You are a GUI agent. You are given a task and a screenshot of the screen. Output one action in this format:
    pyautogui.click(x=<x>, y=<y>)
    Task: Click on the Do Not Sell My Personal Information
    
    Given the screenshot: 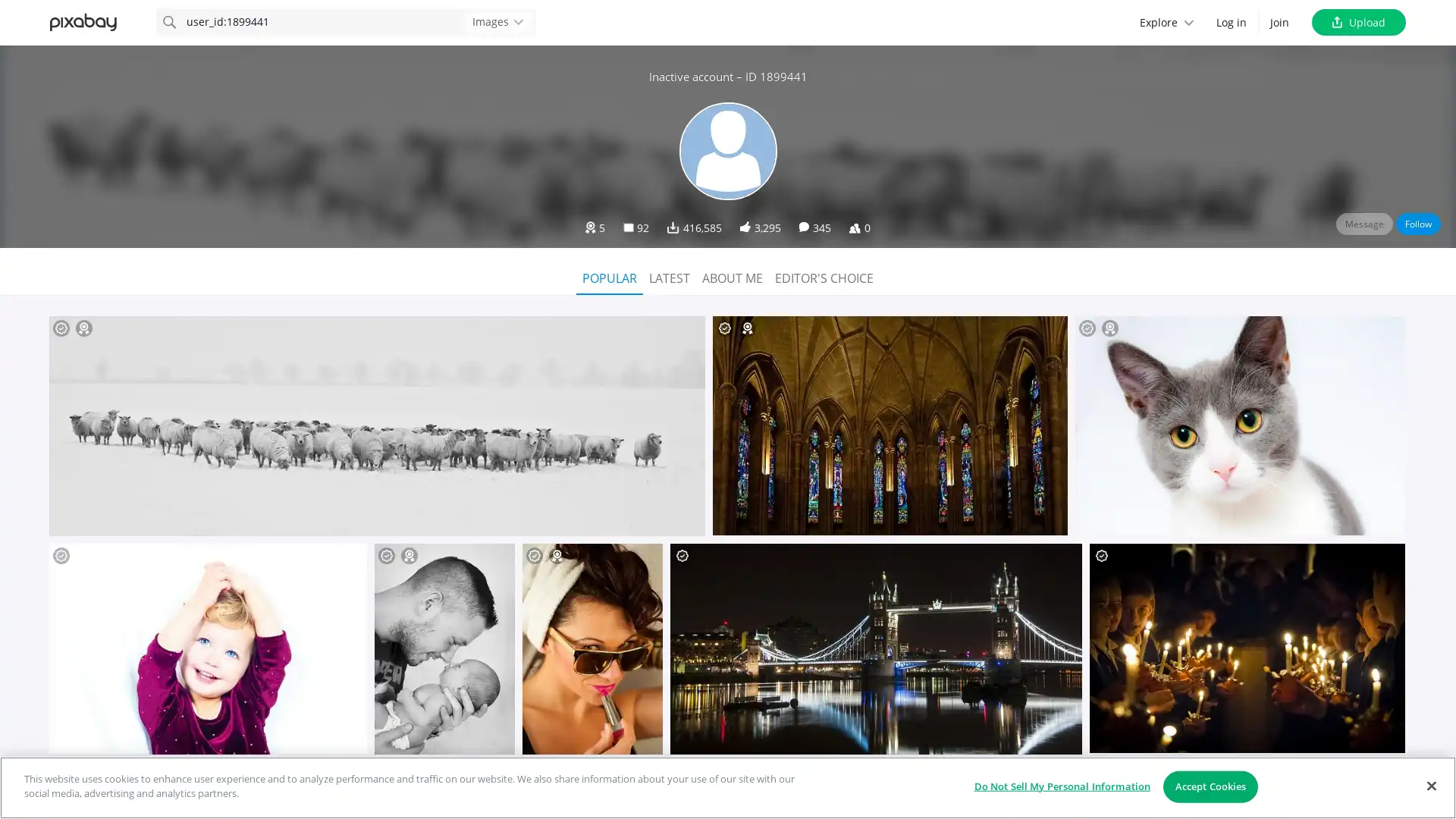 What is the action you would take?
    pyautogui.click(x=1061, y=786)
    